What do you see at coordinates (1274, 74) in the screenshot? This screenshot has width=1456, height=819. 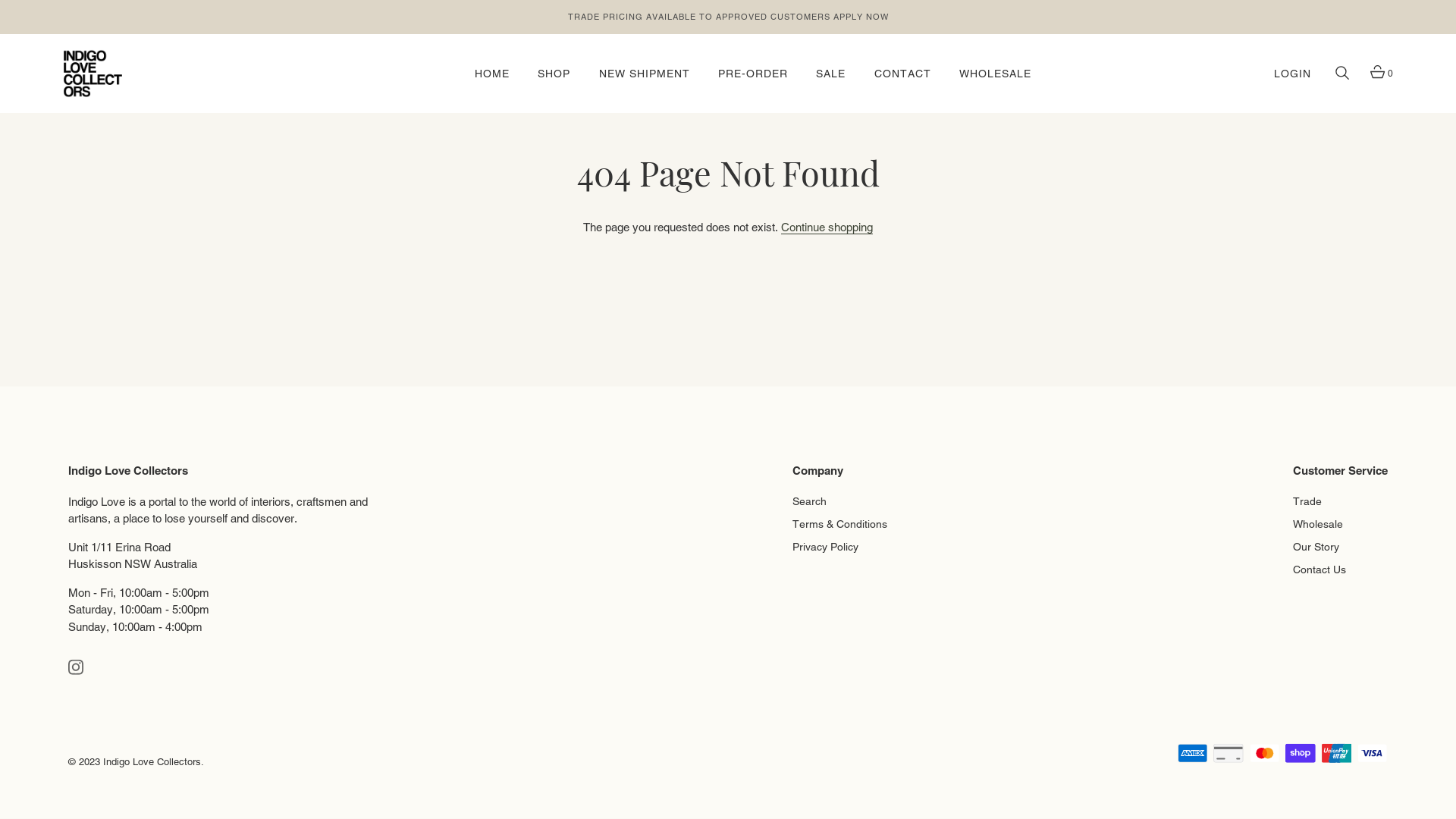 I see `'LOGIN'` at bounding box center [1274, 74].